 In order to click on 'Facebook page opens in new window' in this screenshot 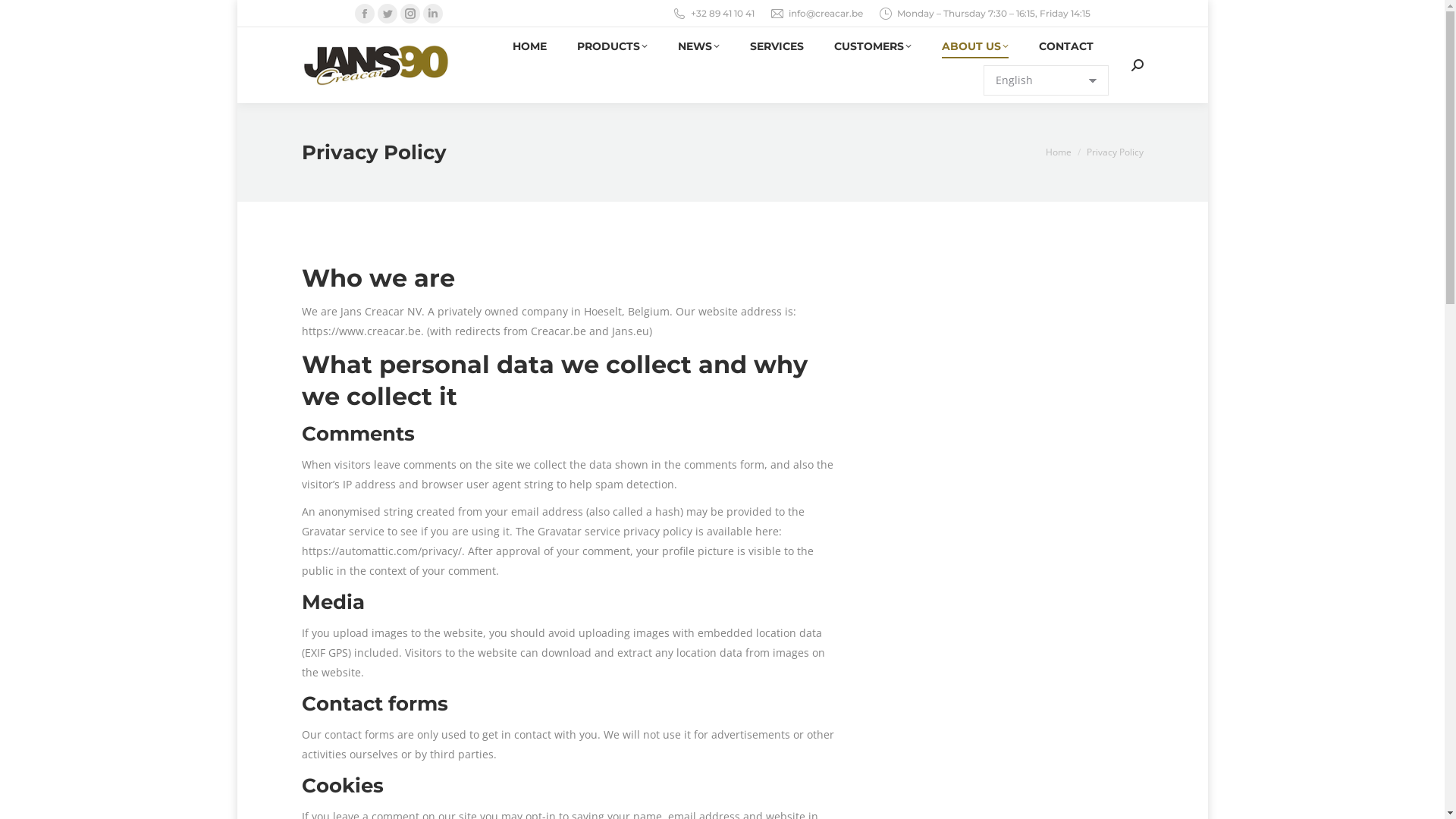, I will do `click(364, 14)`.